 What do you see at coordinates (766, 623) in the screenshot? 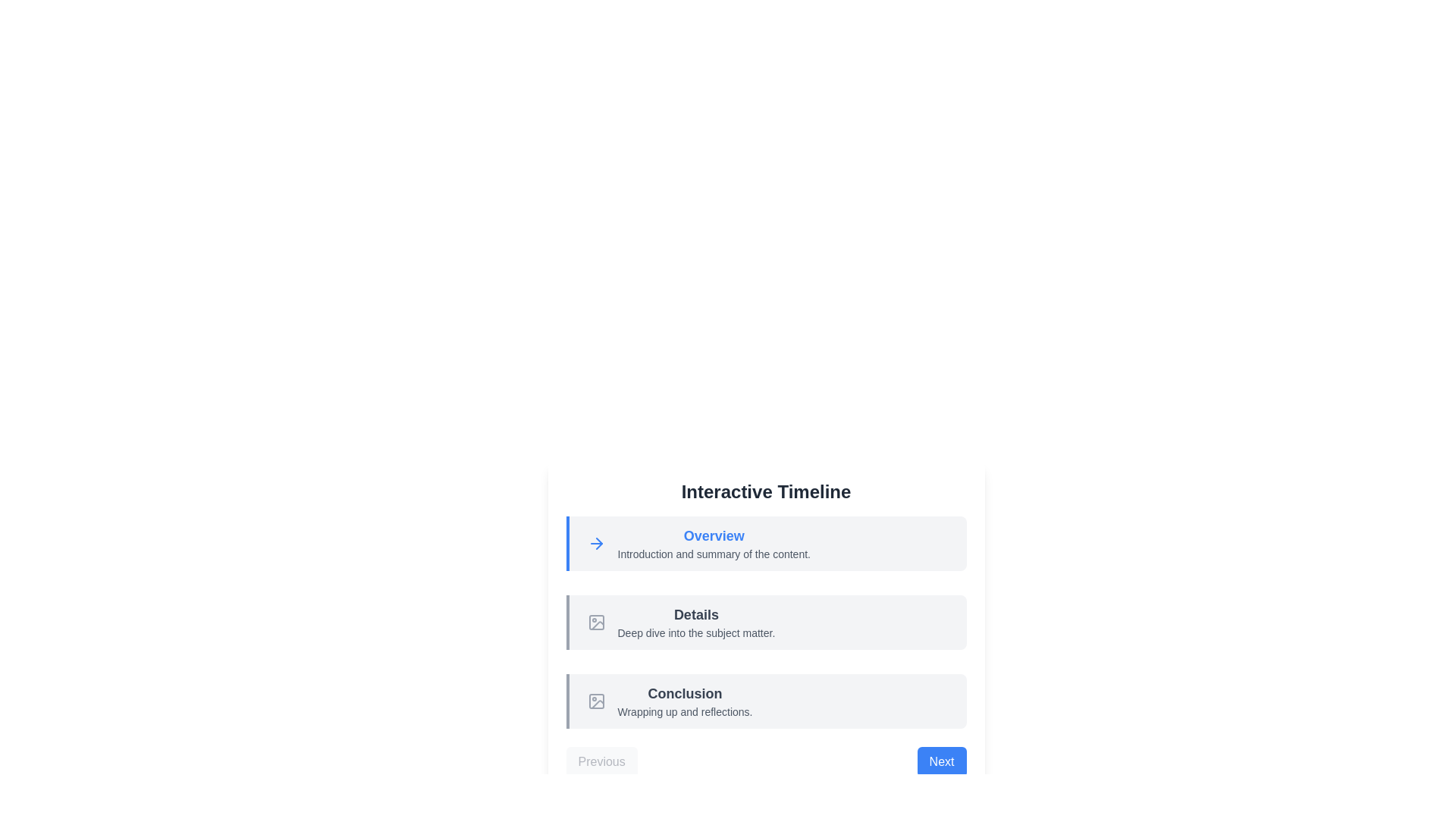
I see `the timeline section labeled Details to view its details` at bounding box center [766, 623].